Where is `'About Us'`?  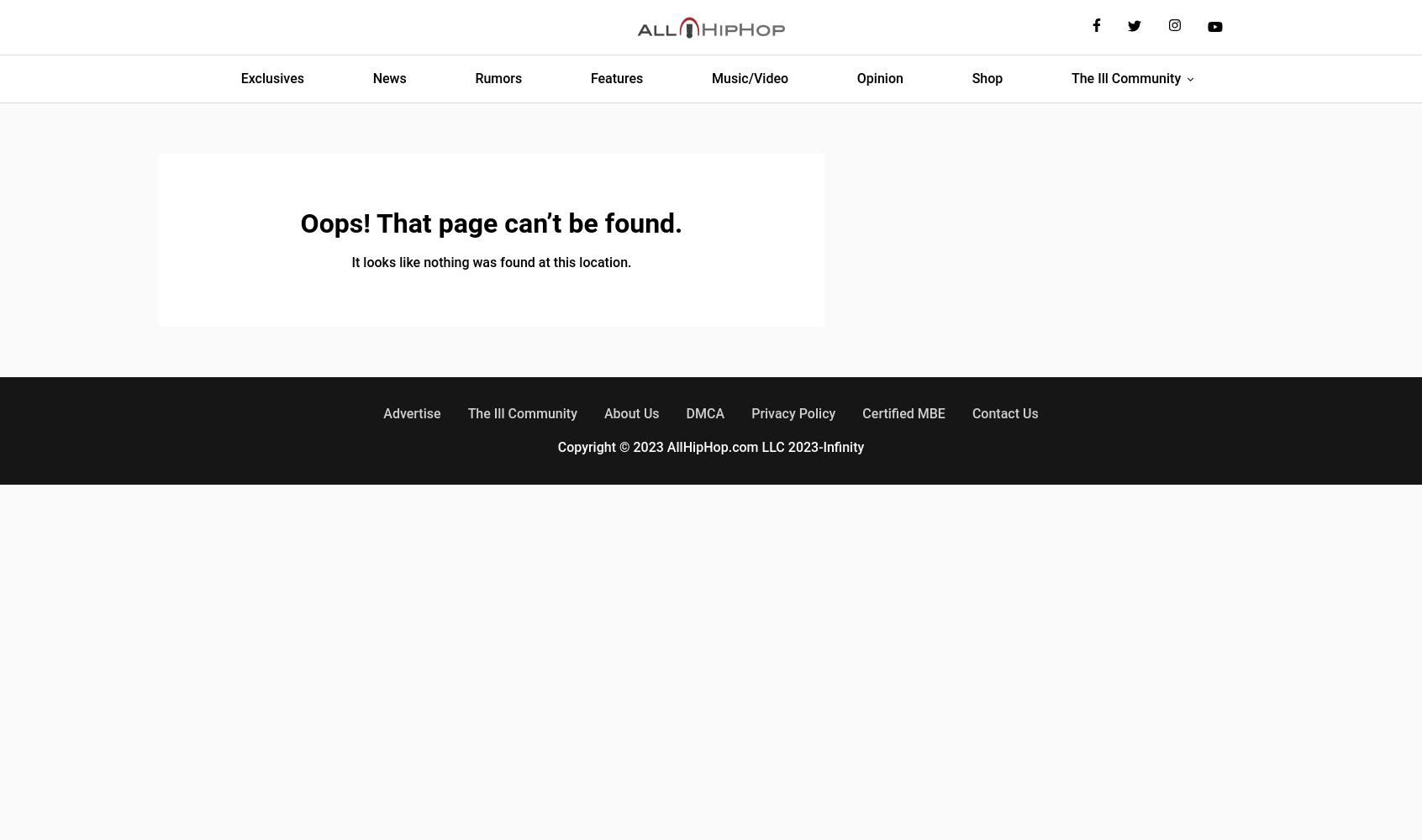
'About Us' is located at coordinates (630, 412).